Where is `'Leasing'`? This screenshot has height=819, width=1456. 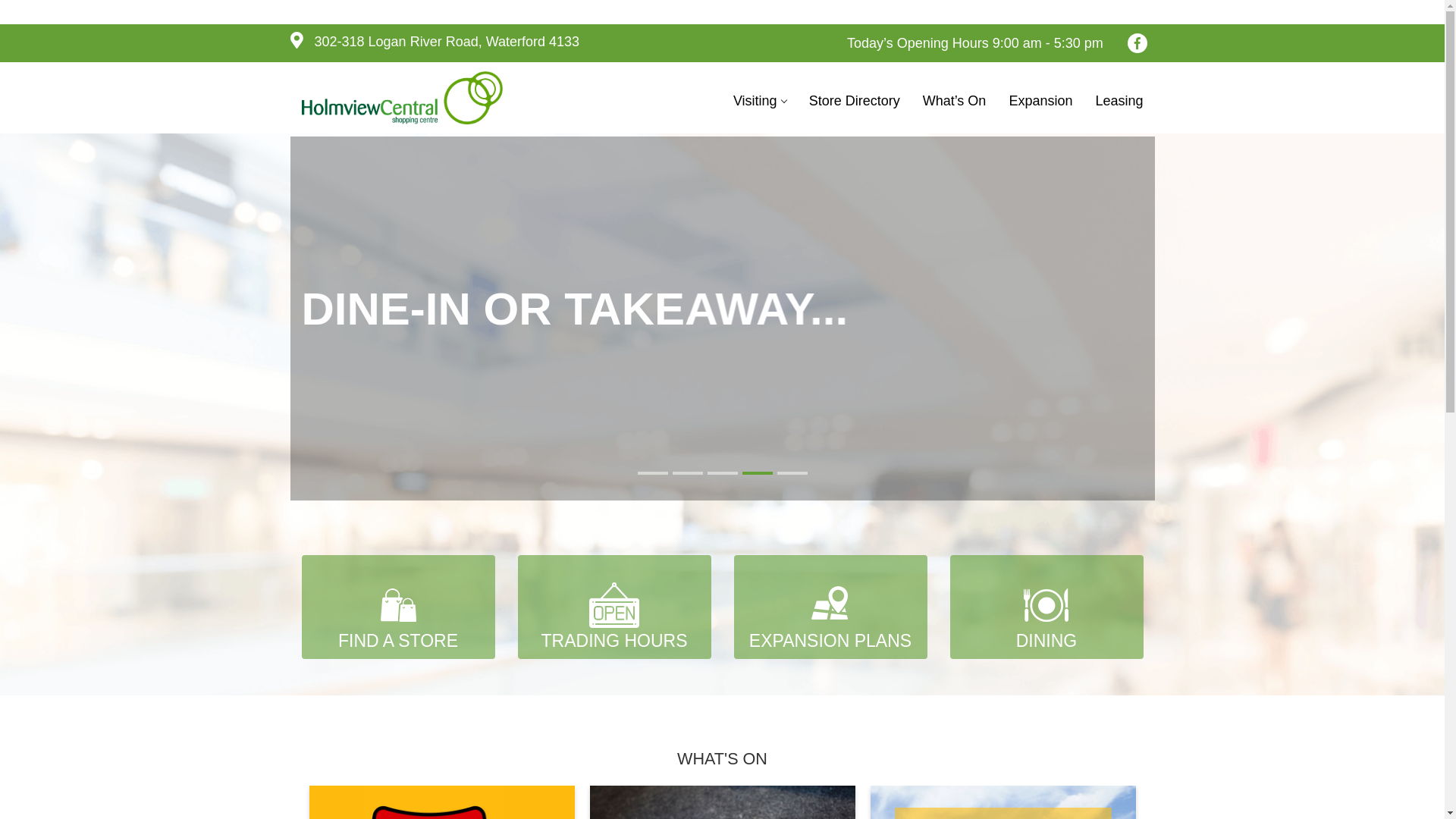 'Leasing' is located at coordinates (1119, 99).